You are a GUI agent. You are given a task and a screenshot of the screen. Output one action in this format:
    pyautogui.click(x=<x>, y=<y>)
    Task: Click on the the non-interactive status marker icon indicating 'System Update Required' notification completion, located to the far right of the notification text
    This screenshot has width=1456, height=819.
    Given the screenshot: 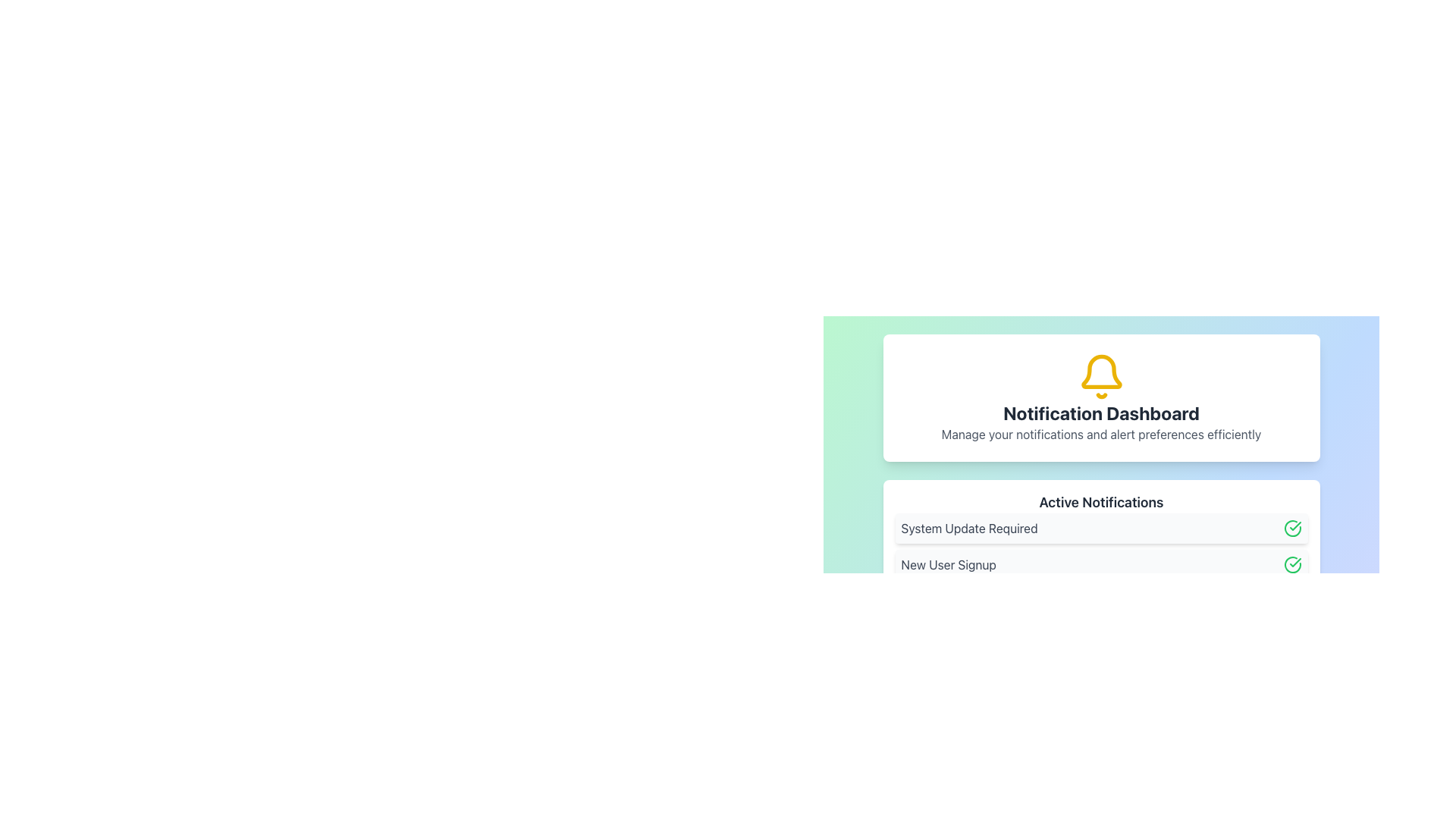 What is the action you would take?
    pyautogui.click(x=1291, y=528)
    